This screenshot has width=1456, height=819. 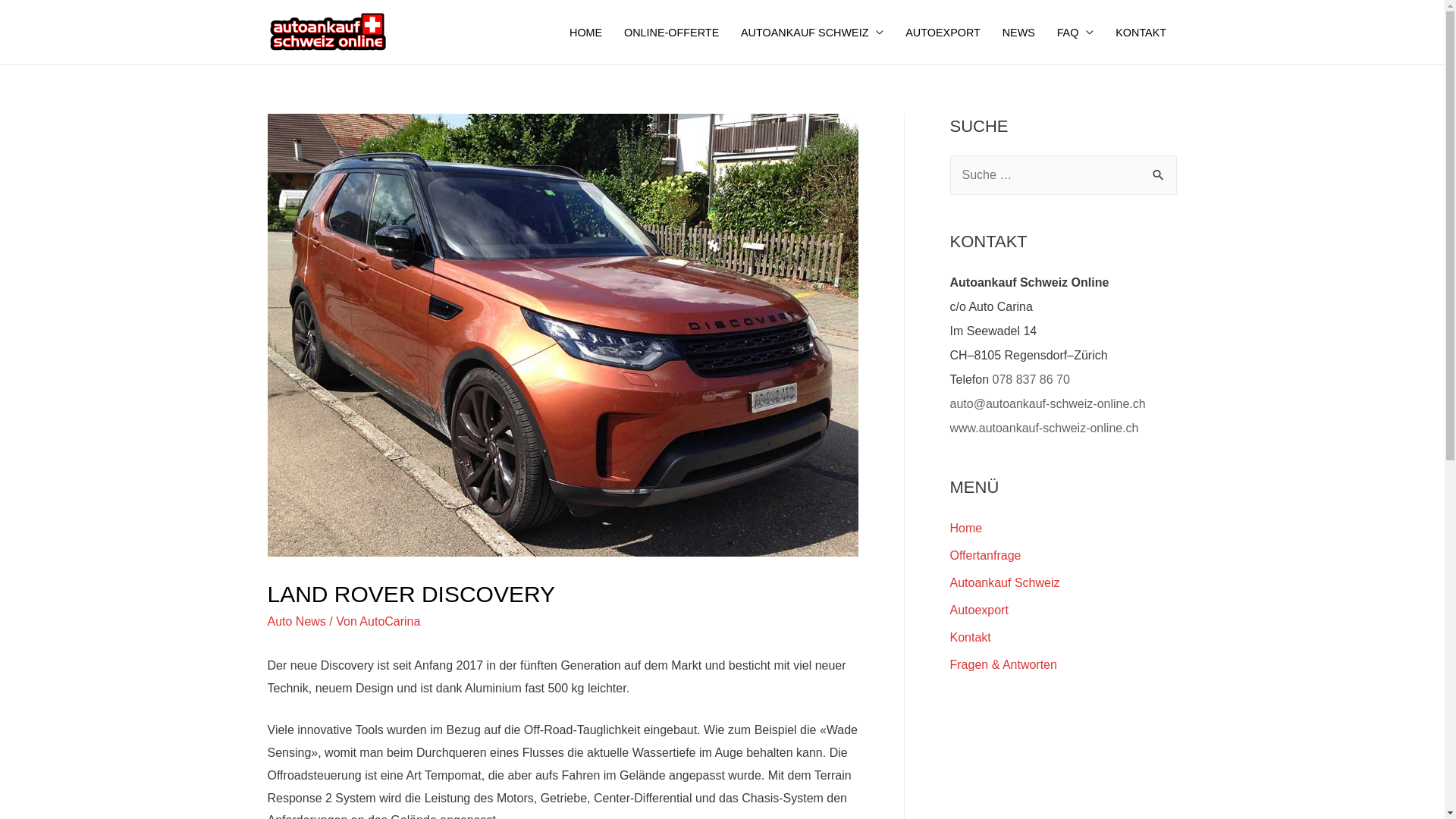 I want to click on 'Fragen & Antworten', so click(x=1003, y=664).